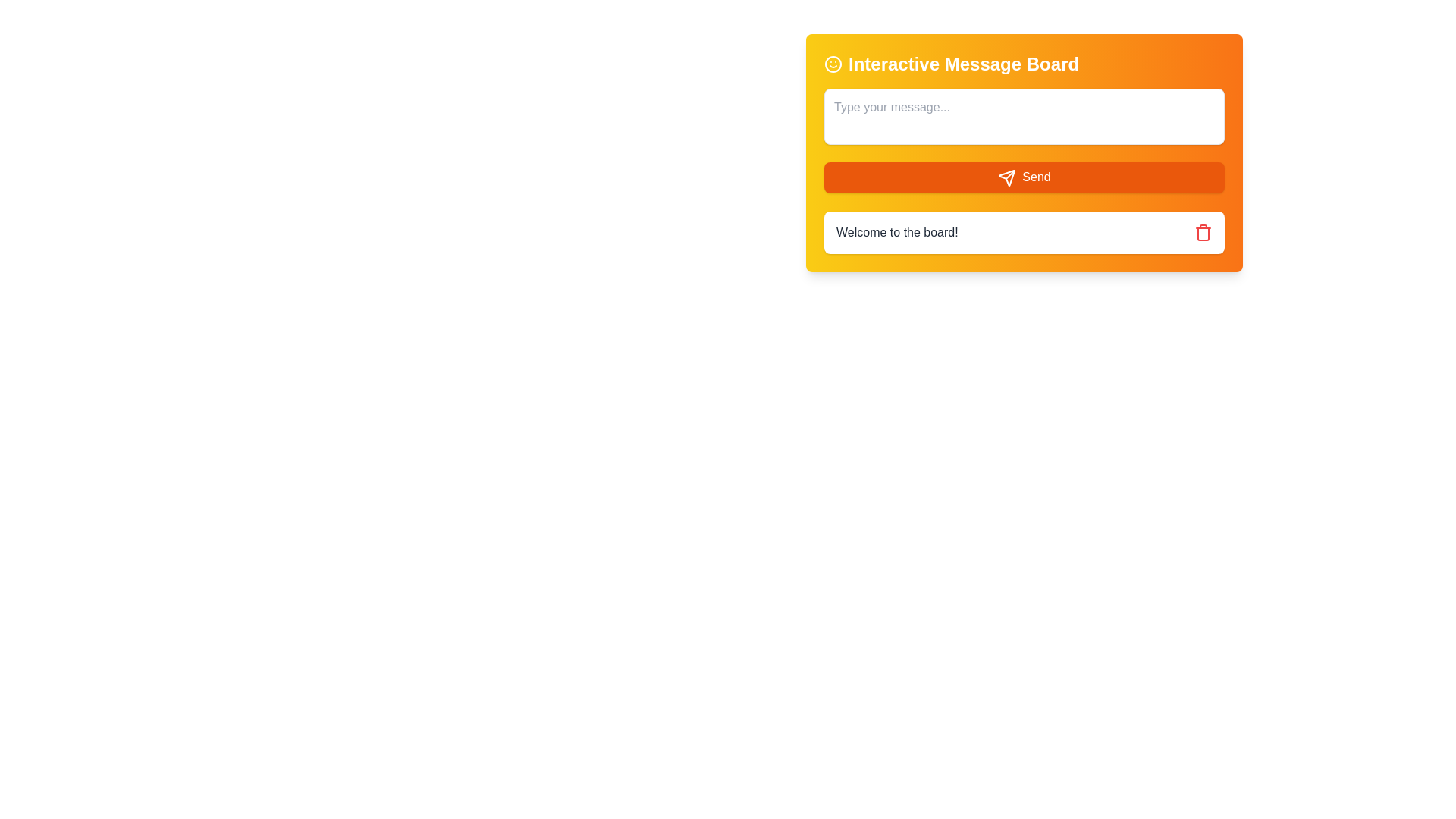 The image size is (1456, 819). I want to click on the red trash bin icon button located in the lower-right corner of the message panel, so click(1203, 231).